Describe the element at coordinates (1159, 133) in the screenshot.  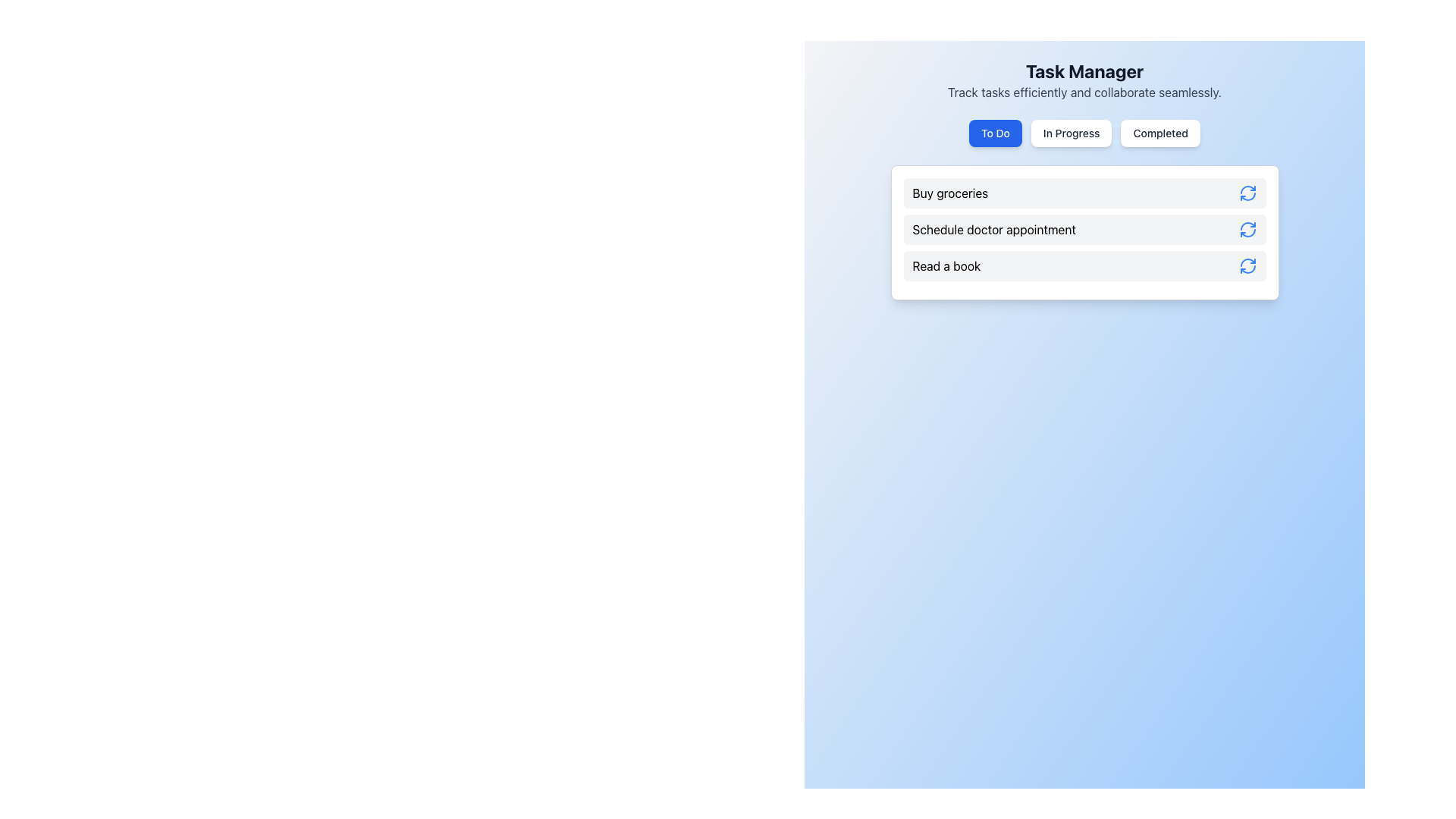
I see `the 'Completed' button, which is the third button in a group of three` at that location.